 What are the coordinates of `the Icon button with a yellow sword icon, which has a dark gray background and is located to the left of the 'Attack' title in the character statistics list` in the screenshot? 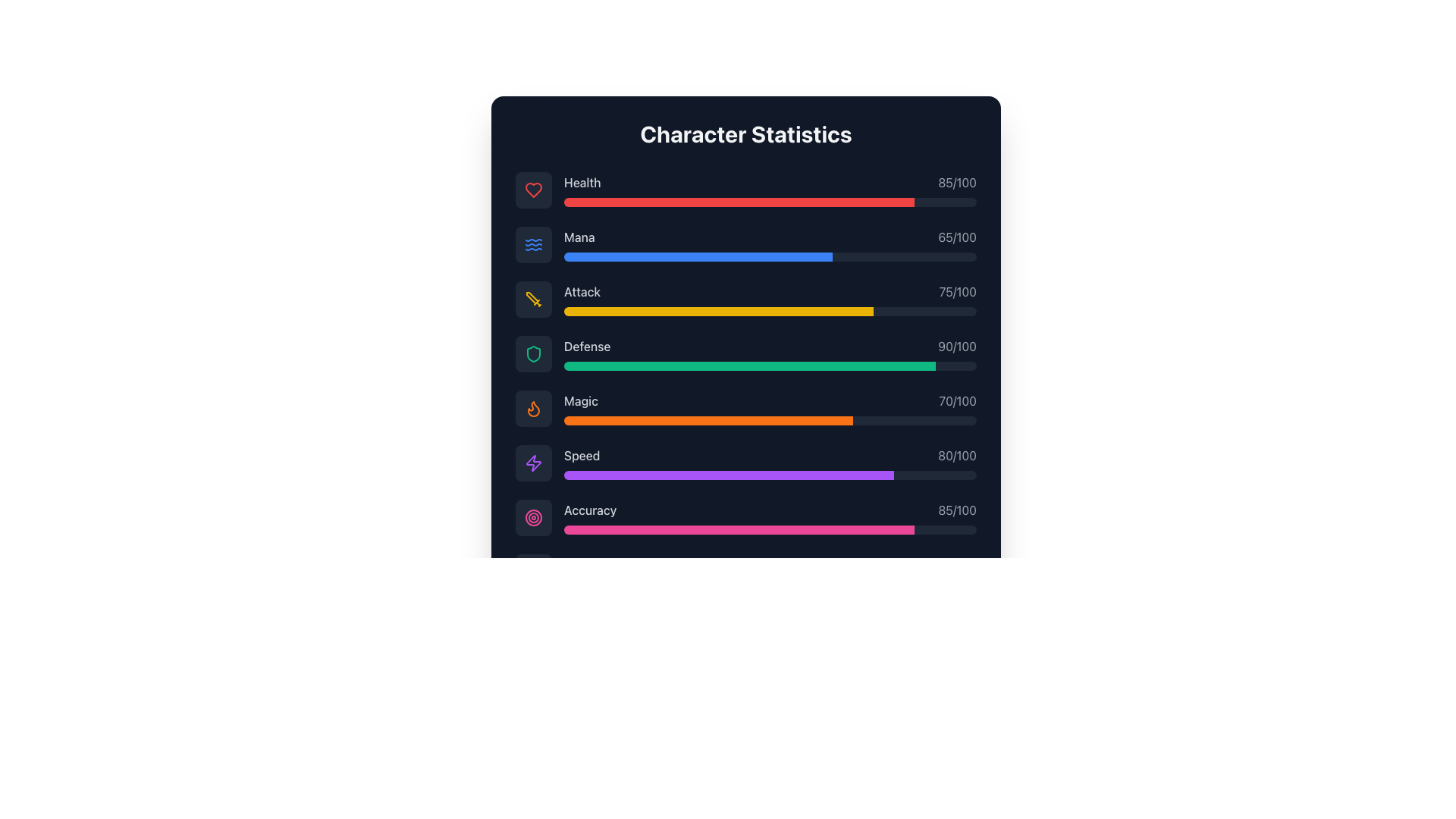 It's located at (534, 299).